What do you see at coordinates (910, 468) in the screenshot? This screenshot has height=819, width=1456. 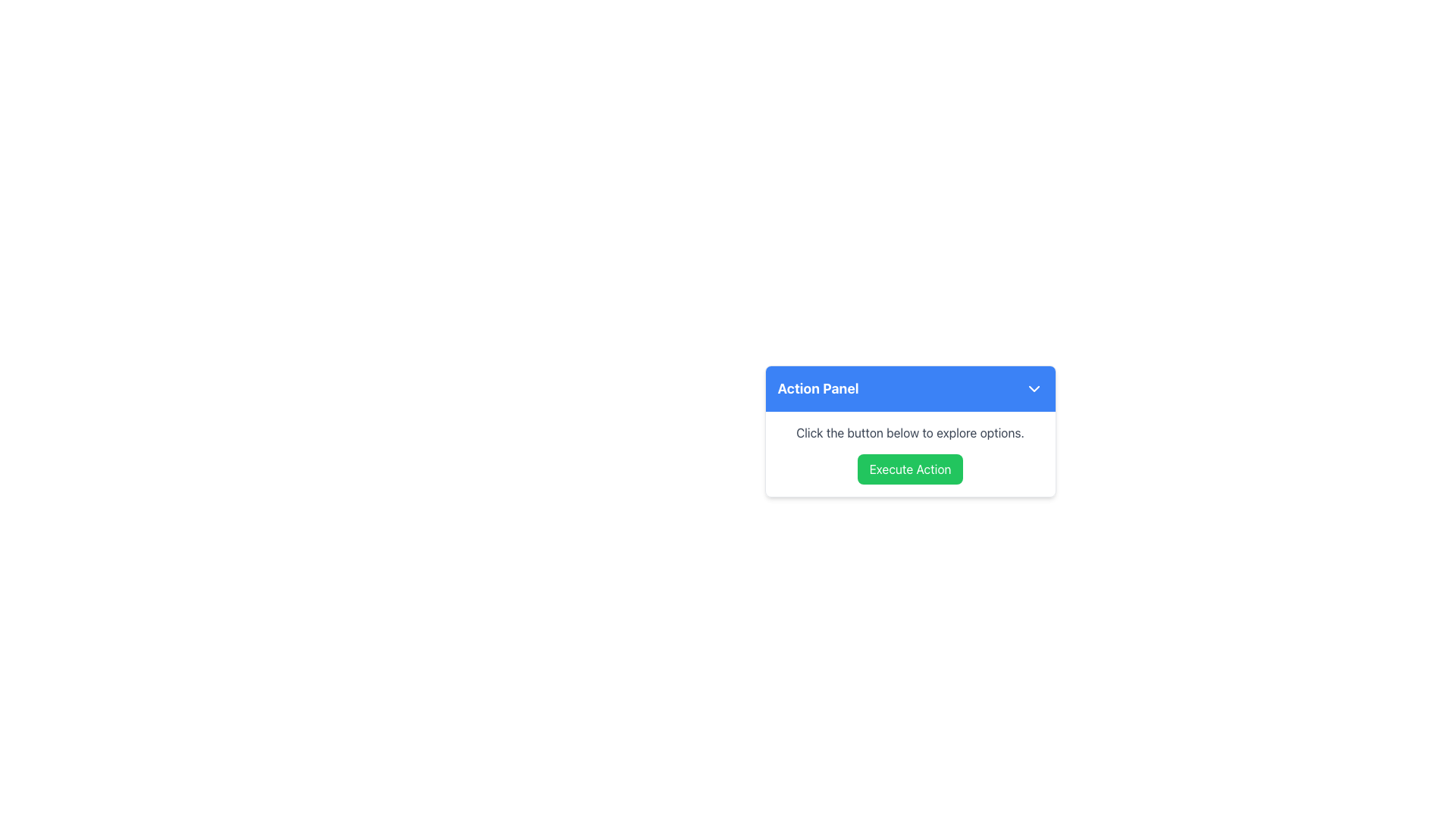 I see `the button located below the text description 'Click the button below` at bounding box center [910, 468].